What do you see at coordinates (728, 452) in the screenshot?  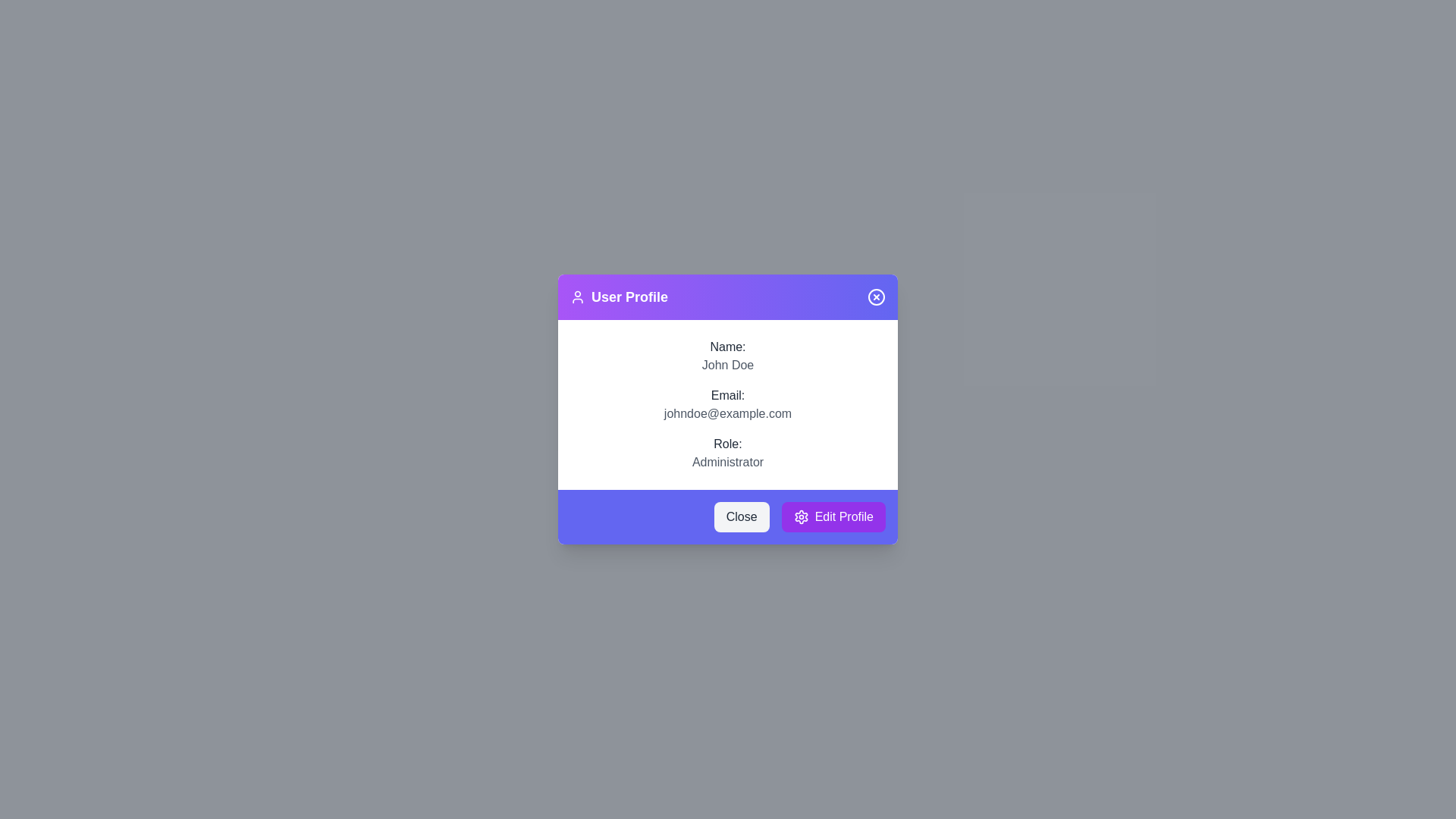 I see `the static text field displaying 'Role: Administrator', which is the third item in the user information list, directly below the email entry` at bounding box center [728, 452].